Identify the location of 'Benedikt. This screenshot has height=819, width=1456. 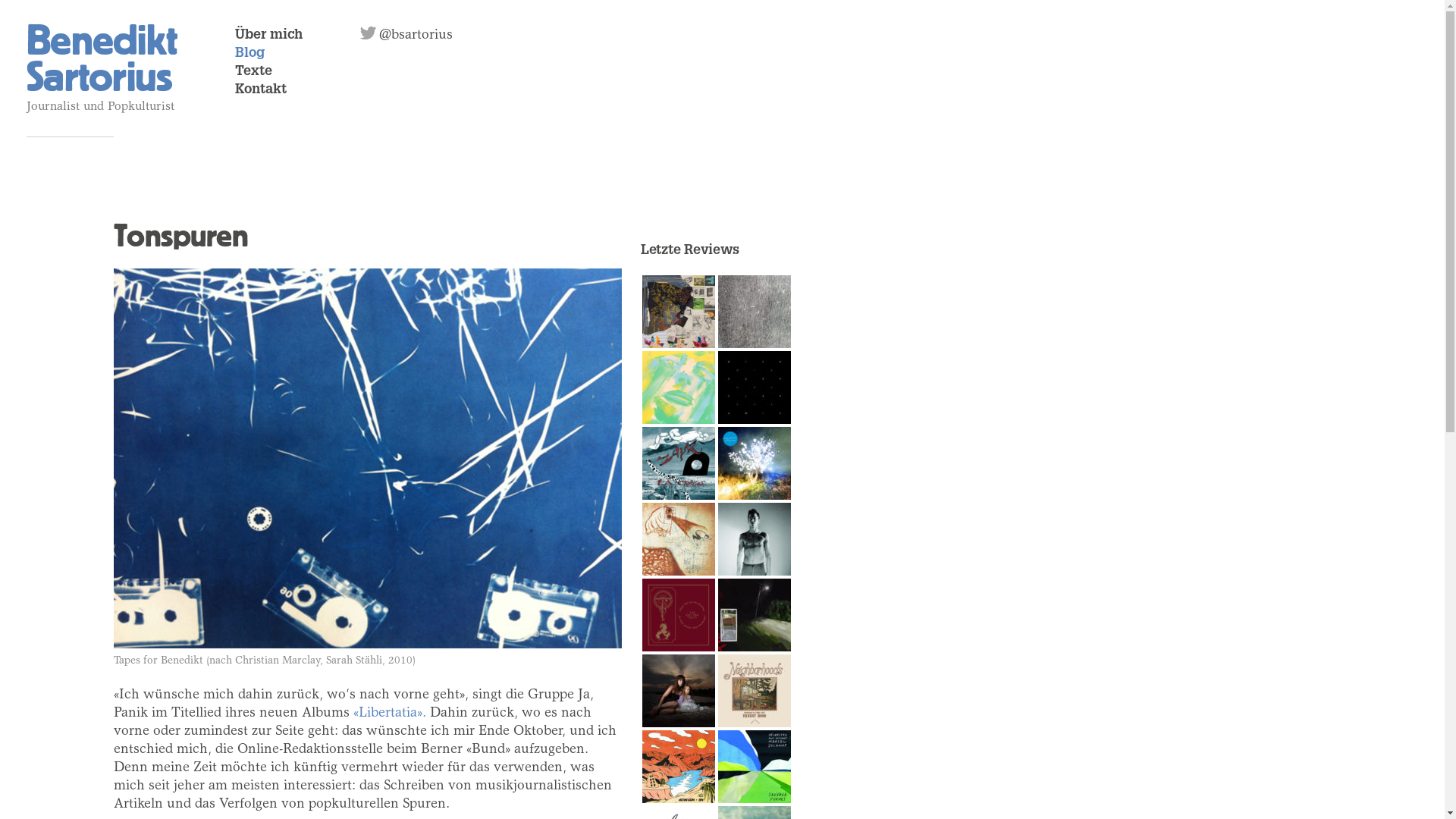
(101, 58).